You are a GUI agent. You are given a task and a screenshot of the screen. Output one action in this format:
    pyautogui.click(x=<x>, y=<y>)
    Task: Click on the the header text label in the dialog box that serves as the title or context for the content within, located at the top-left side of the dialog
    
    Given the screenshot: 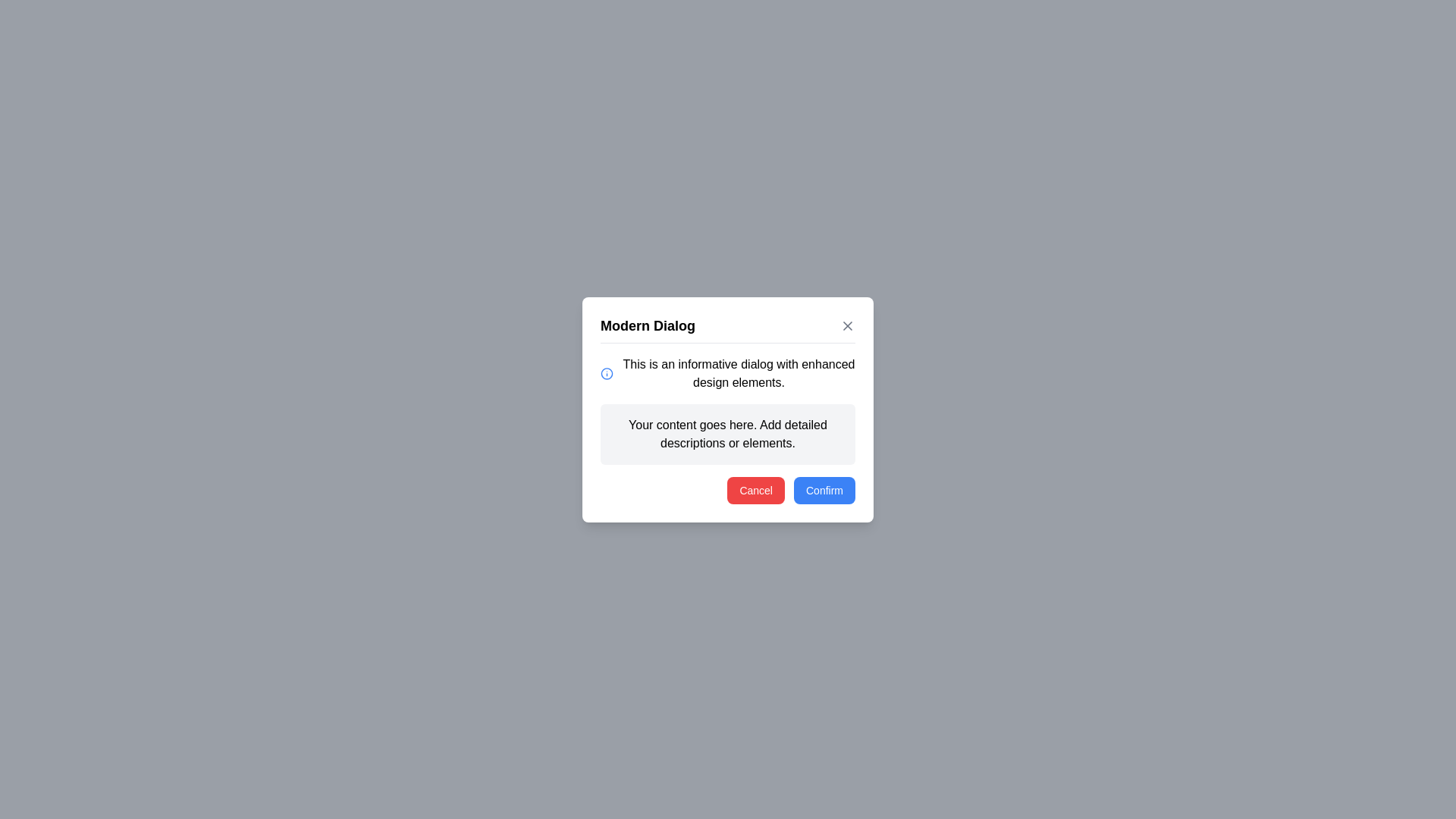 What is the action you would take?
    pyautogui.click(x=648, y=325)
    